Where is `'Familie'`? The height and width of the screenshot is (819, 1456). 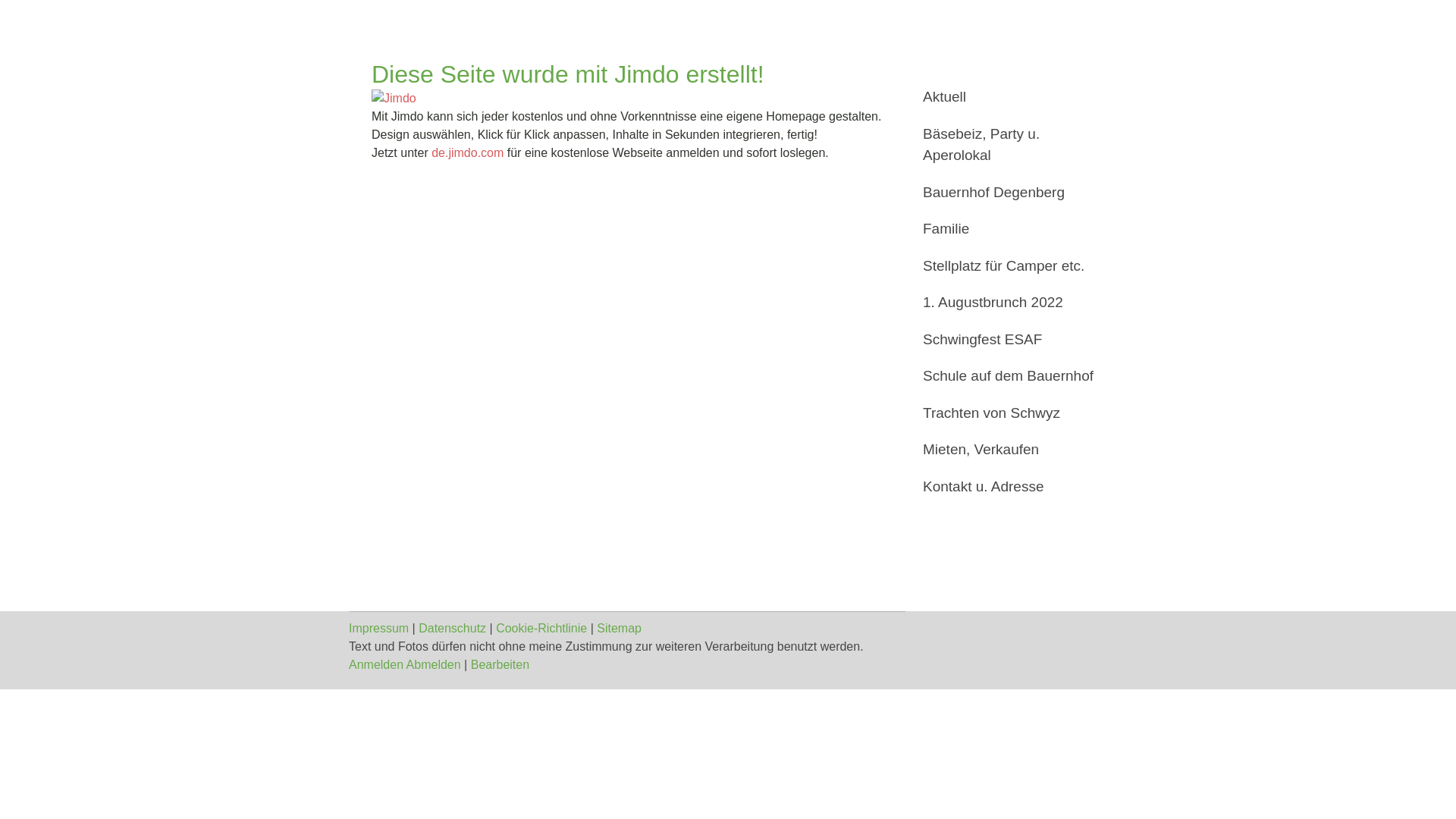
'Familie' is located at coordinates (1008, 229).